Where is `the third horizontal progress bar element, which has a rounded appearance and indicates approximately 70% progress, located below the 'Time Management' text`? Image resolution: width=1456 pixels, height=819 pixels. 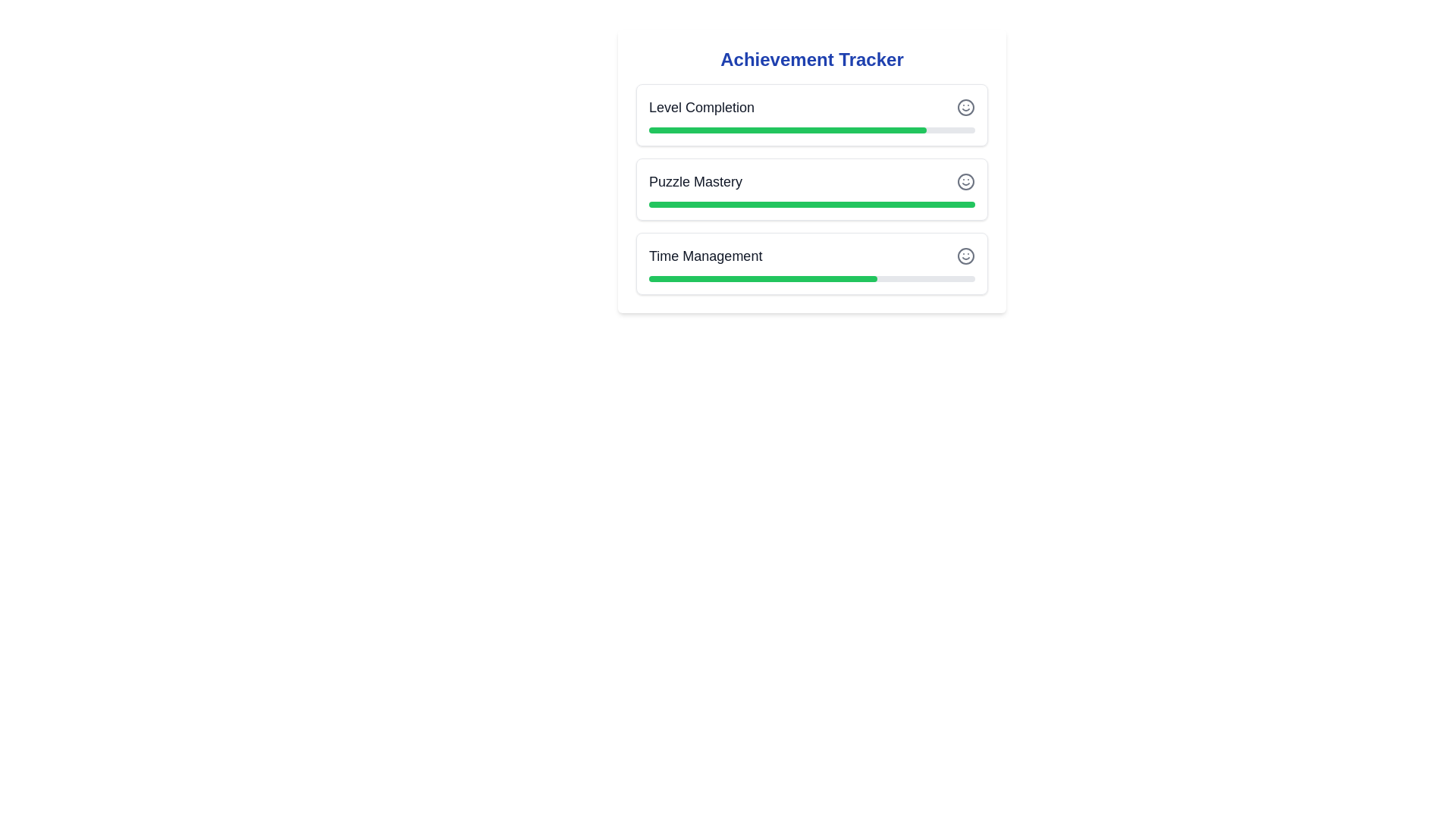 the third horizontal progress bar element, which has a rounded appearance and indicates approximately 70% progress, located below the 'Time Management' text is located at coordinates (811, 278).